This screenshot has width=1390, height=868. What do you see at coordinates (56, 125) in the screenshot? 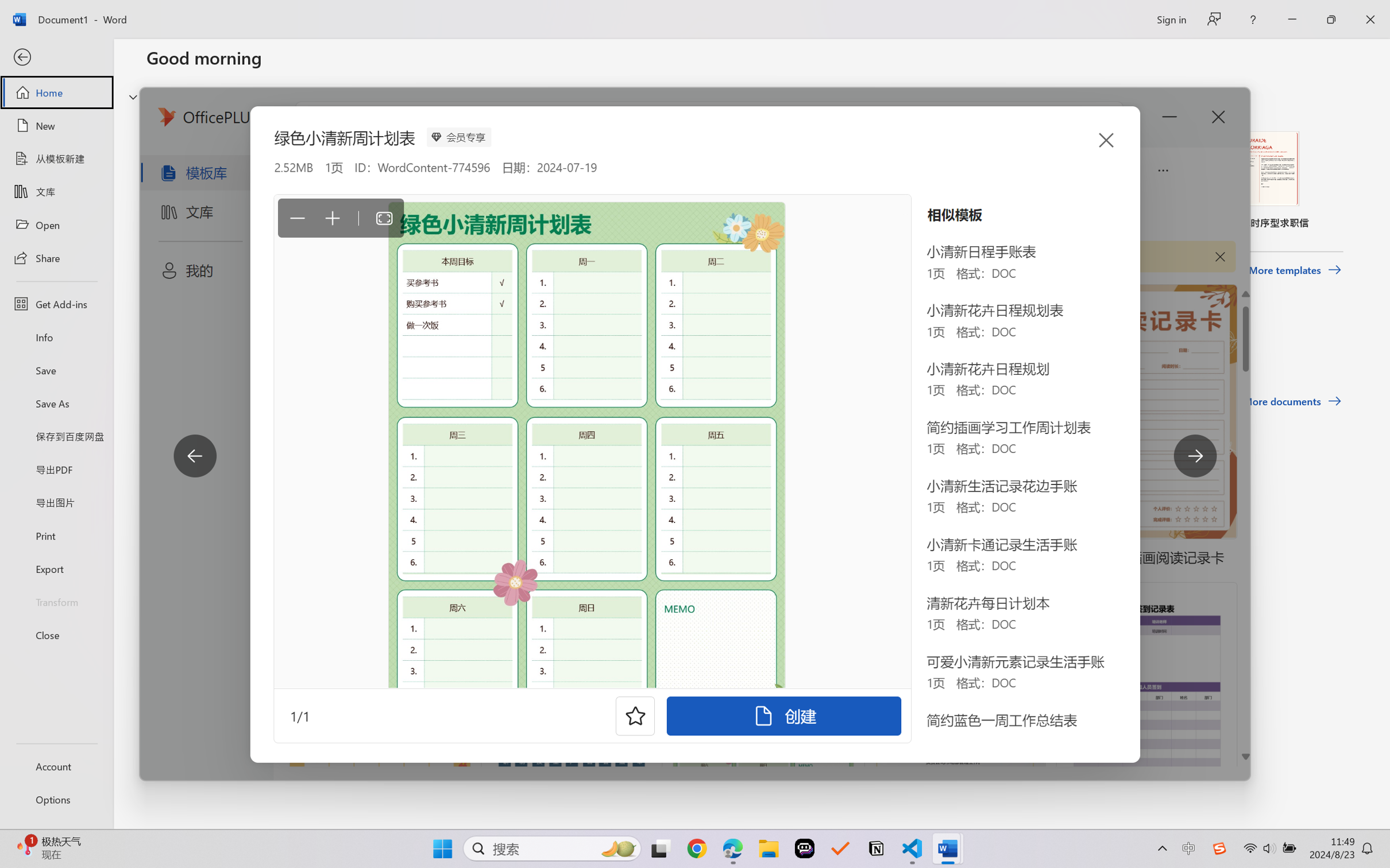
I see `'New'` at bounding box center [56, 125].